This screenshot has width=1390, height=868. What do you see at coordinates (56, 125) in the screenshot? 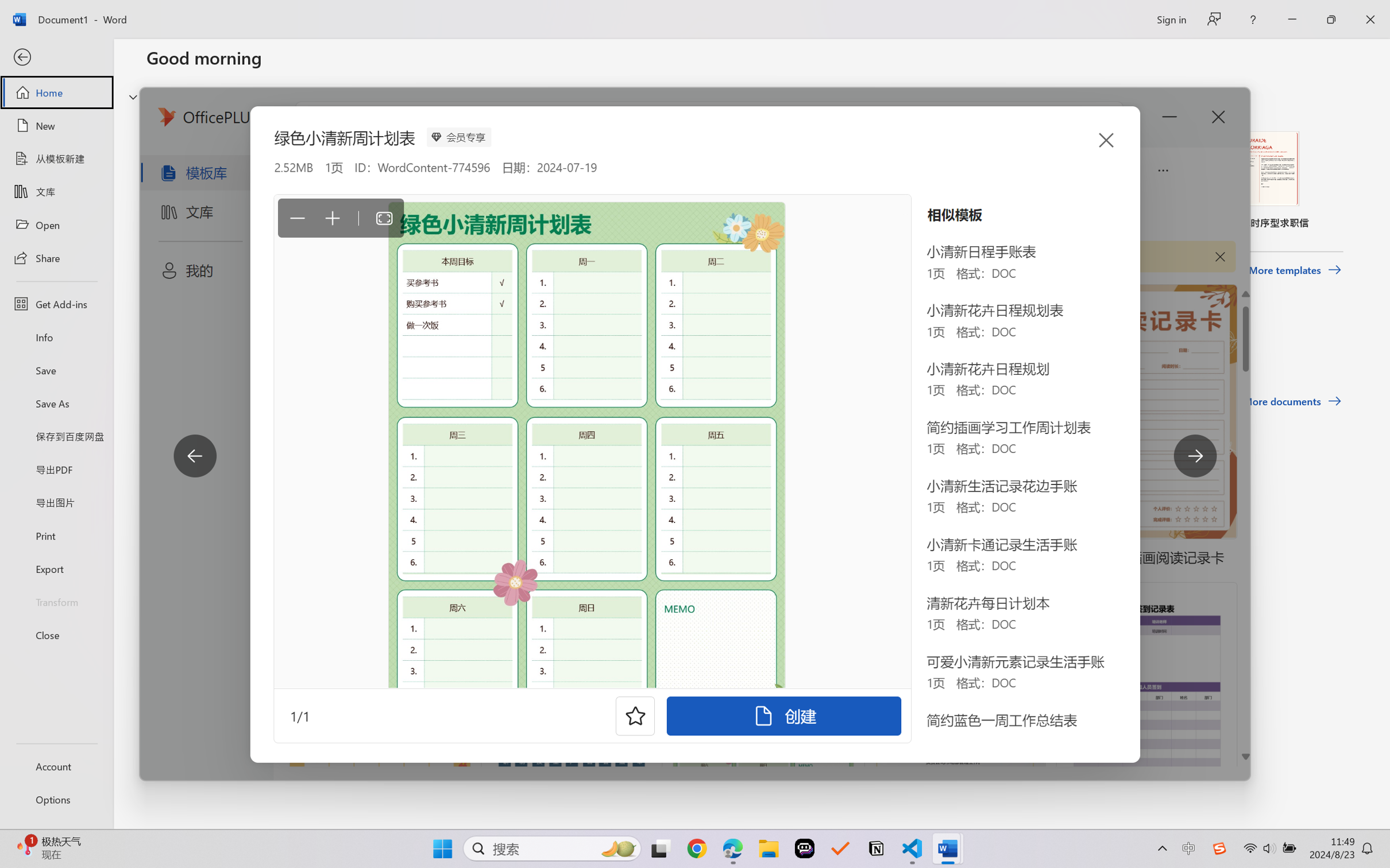
I see `'New'` at bounding box center [56, 125].